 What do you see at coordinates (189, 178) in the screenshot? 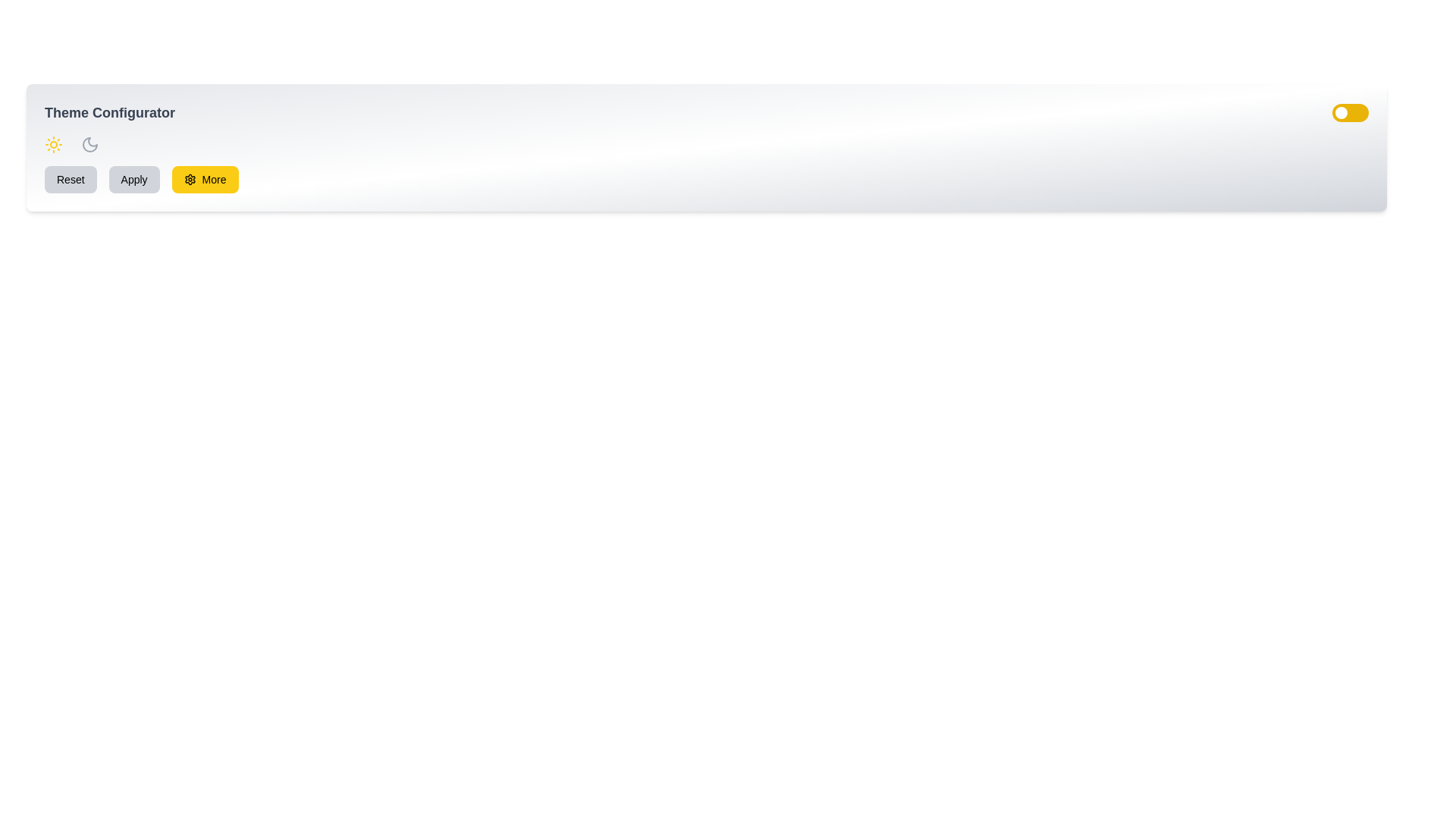
I see `the cogwheel icon located within the 'More' button, which has a vibrant yellow background and is part of a horizontal group of action buttons` at bounding box center [189, 178].